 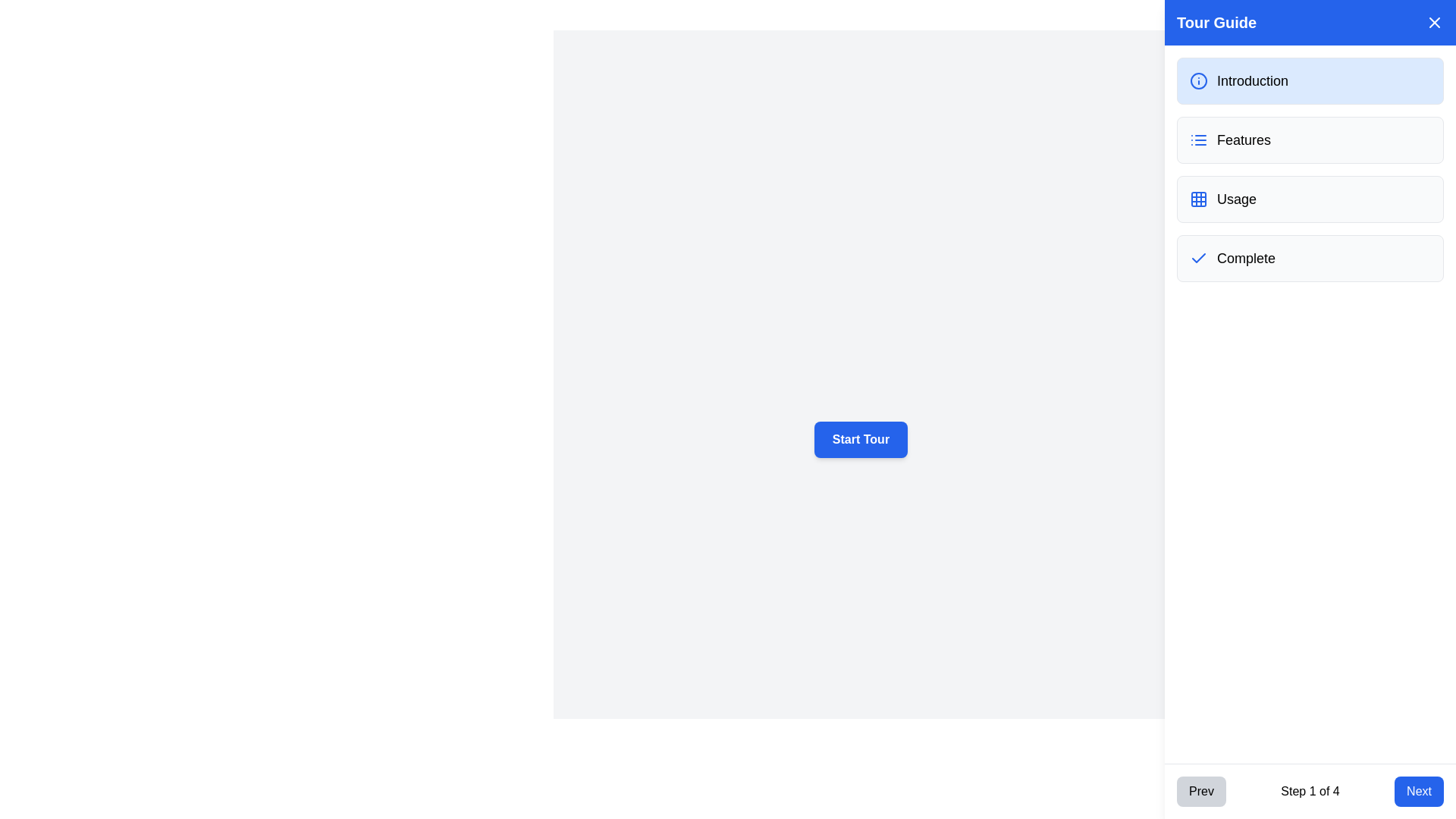 What do you see at coordinates (1310, 198) in the screenshot?
I see `the 'Usage' navigation button located in the right panel titled 'Tour Guide', which is the third option in the vertical navigation list` at bounding box center [1310, 198].